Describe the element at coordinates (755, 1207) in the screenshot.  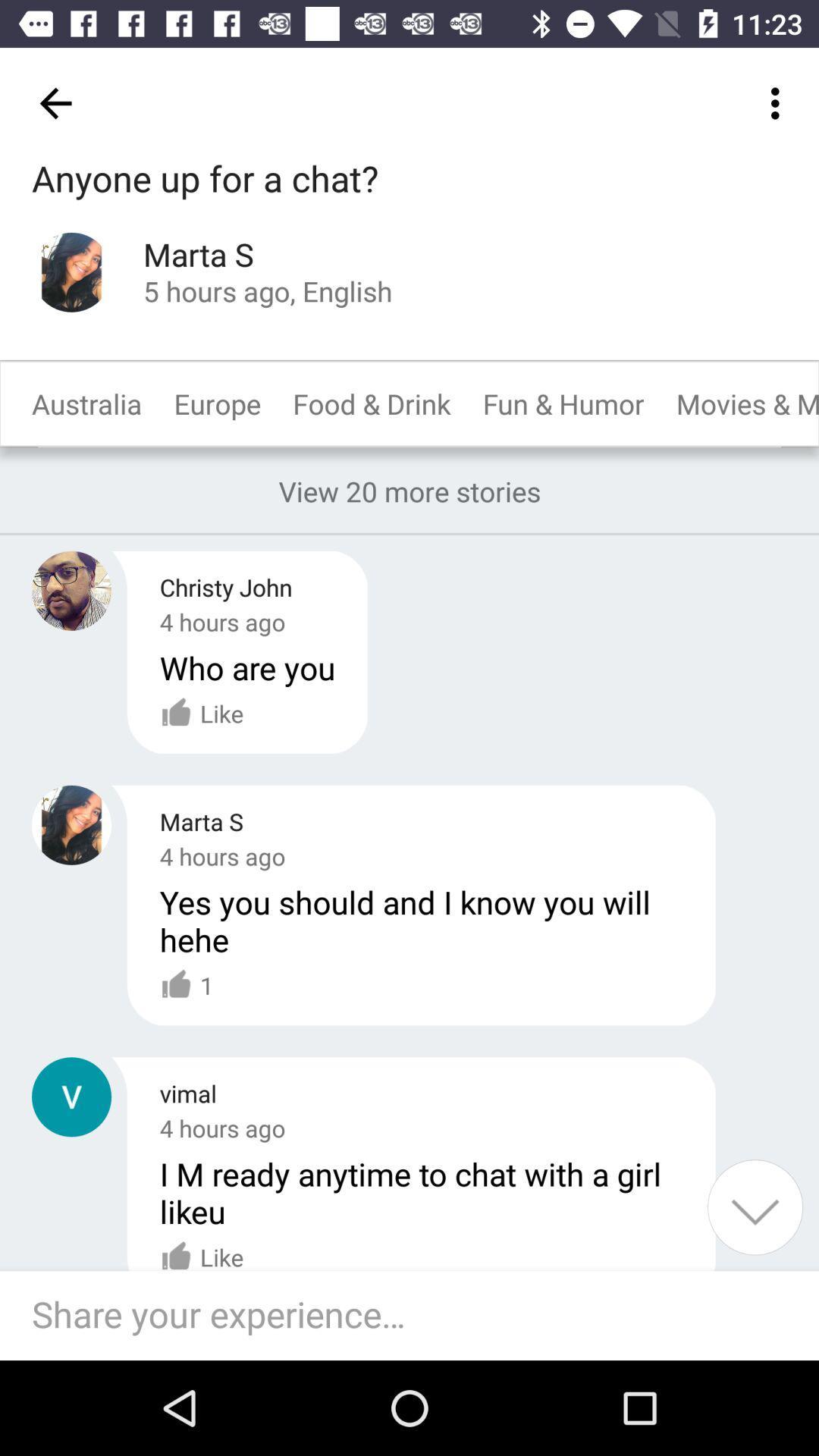
I see `the expand_more icon` at that location.